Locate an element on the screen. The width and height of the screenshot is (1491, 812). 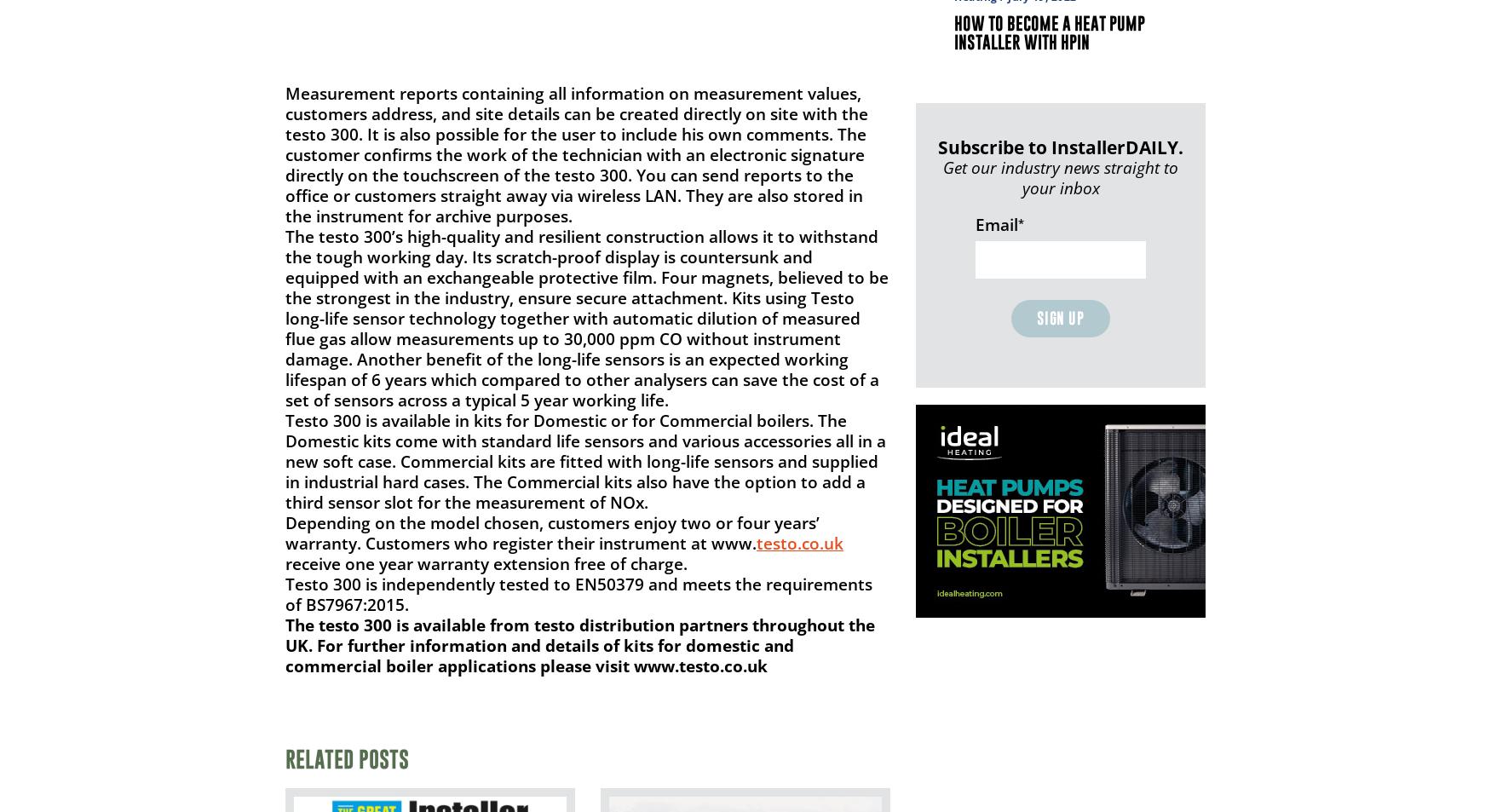
'testo.co.uk' is located at coordinates (800, 544).